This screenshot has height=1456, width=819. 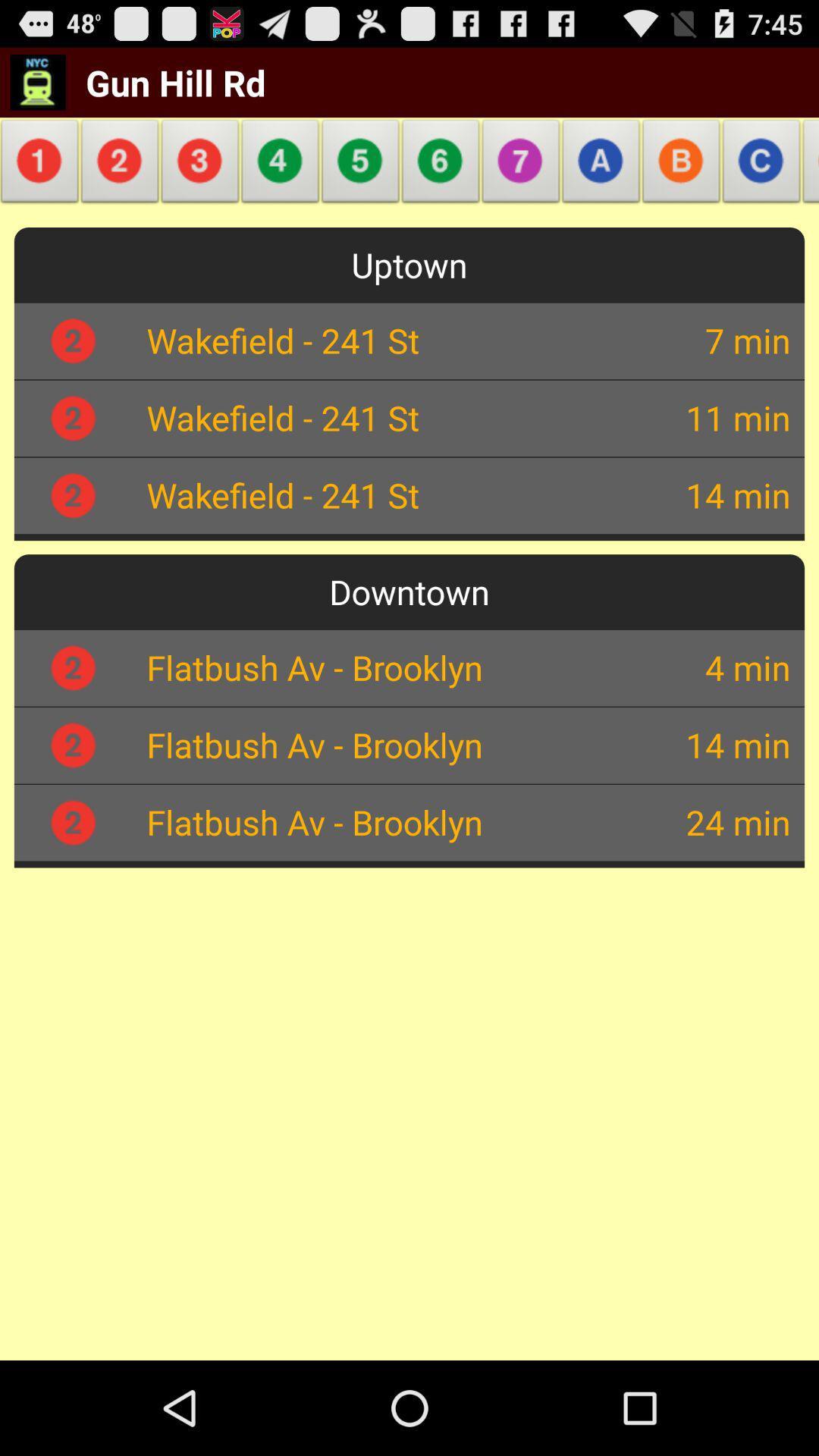 I want to click on icon above uptown icon, so click(x=520, y=165).